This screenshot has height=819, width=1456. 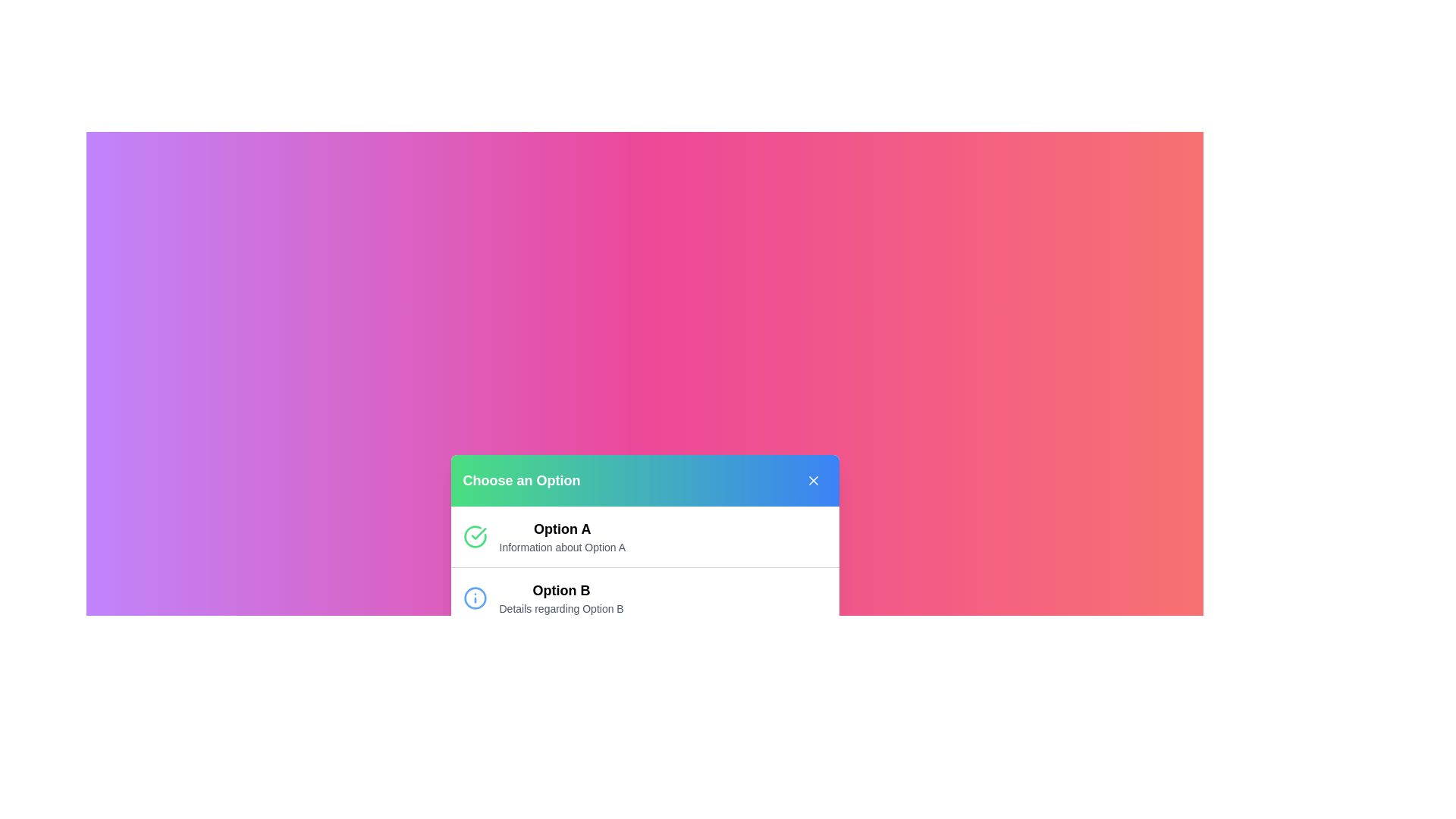 What do you see at coordinates (645, 596) in the screenshot?
I see `the second option (Option B) in the StylishDialog component` at bounding box center [645, 596].